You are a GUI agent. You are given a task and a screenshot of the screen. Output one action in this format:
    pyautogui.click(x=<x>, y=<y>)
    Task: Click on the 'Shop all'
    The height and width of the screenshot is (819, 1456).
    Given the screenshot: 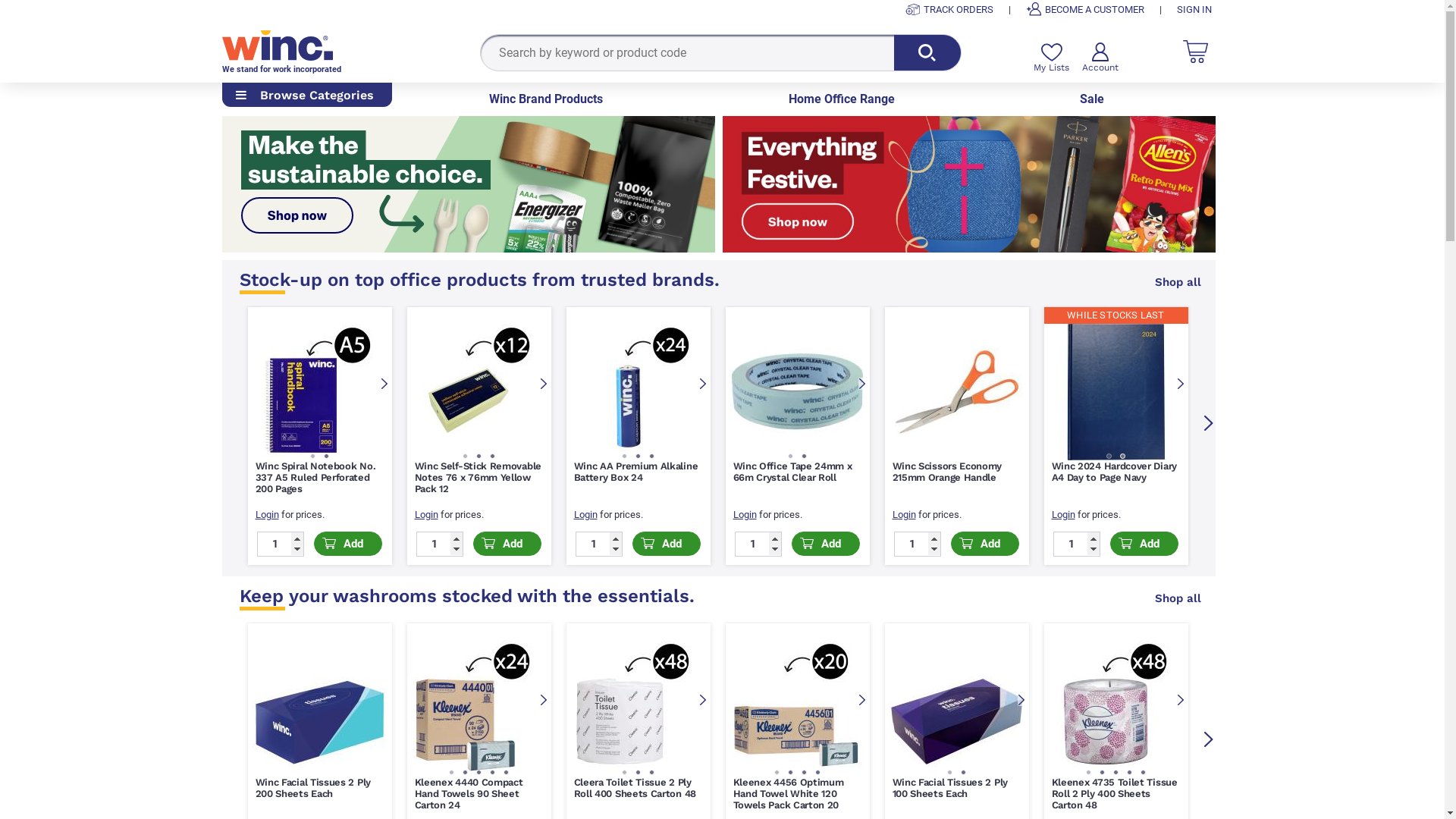 What is the action you would take?
    pyautogui.click(x=1177, y=281)
    